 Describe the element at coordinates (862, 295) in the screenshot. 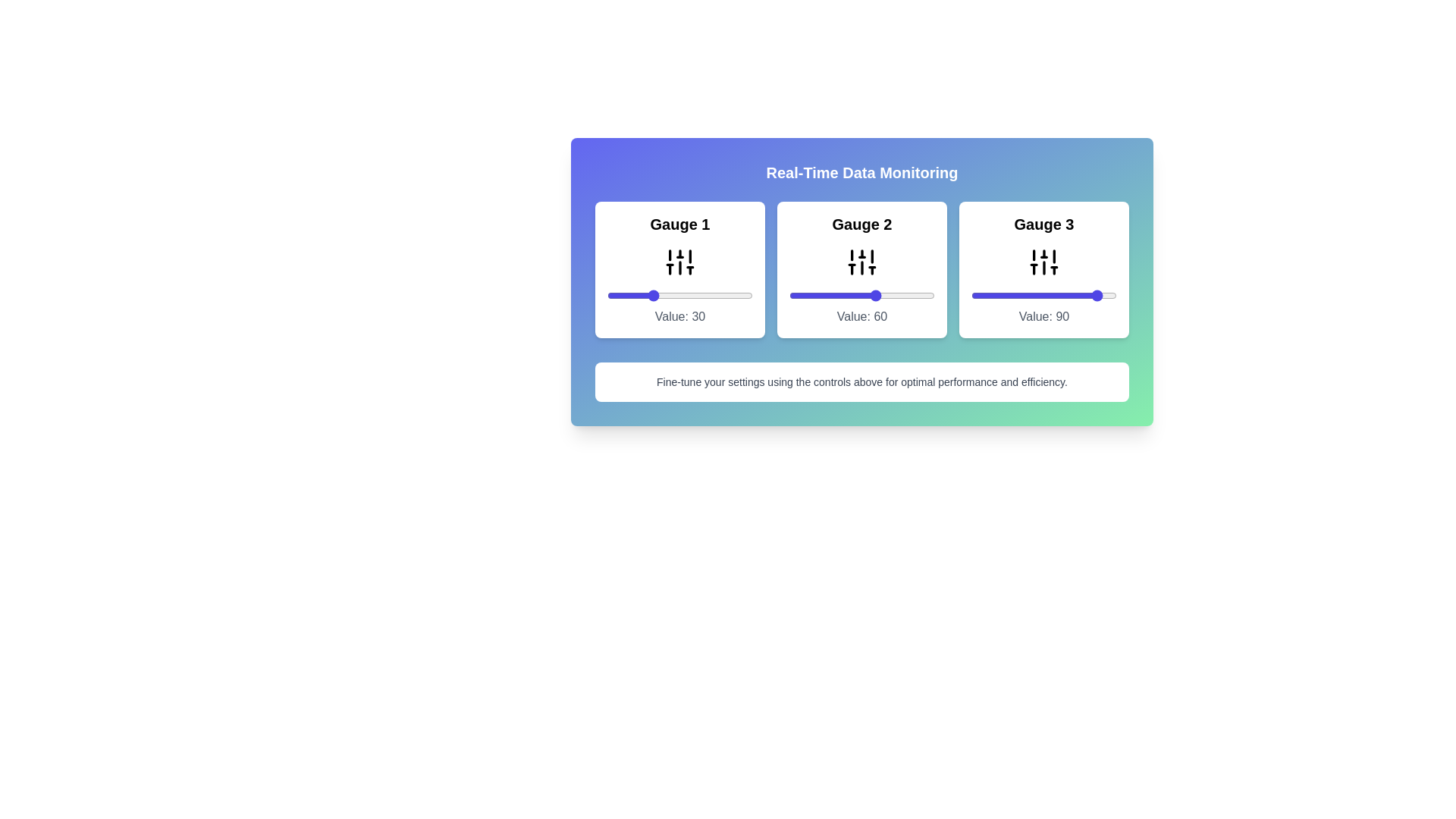

I see `the track of the horizontal slider labeled 'Gauge 2' to set the thumb position` at that location.